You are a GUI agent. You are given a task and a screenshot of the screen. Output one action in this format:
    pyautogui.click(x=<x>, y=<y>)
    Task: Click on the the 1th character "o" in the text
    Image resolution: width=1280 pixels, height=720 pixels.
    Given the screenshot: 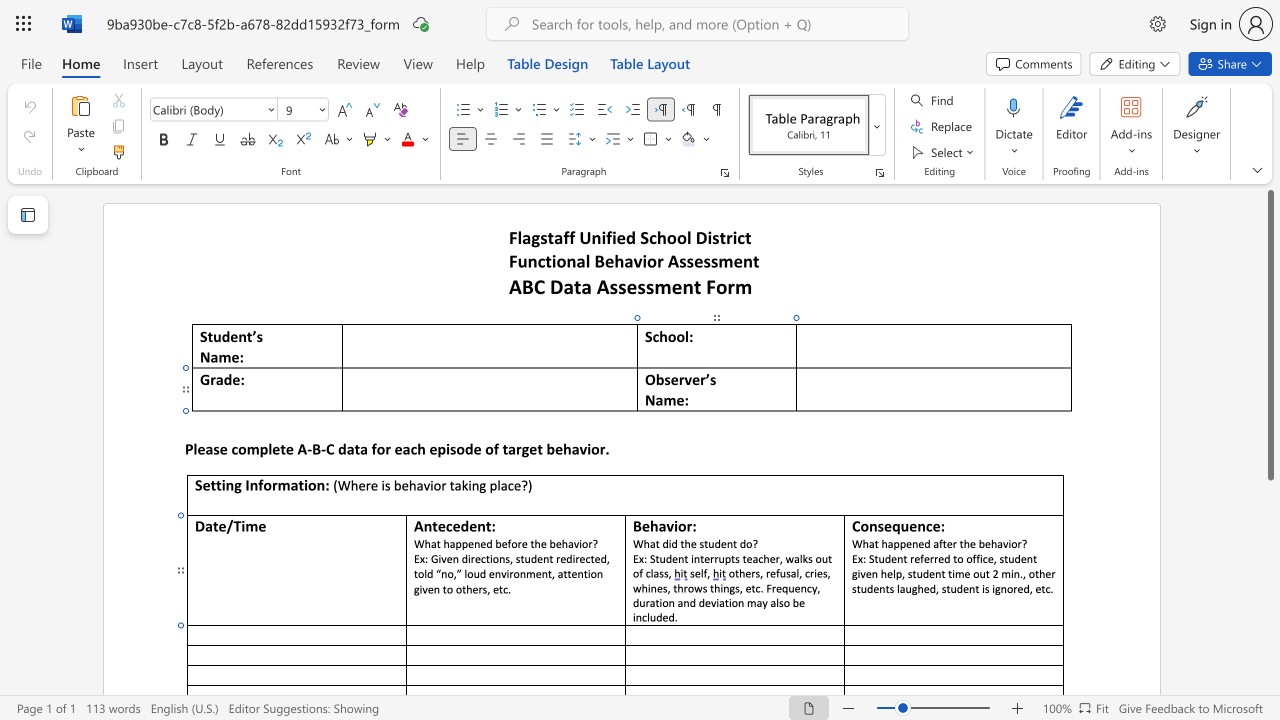 What is the action you would take?
    pyautogui.click(x=748, y=543)
    